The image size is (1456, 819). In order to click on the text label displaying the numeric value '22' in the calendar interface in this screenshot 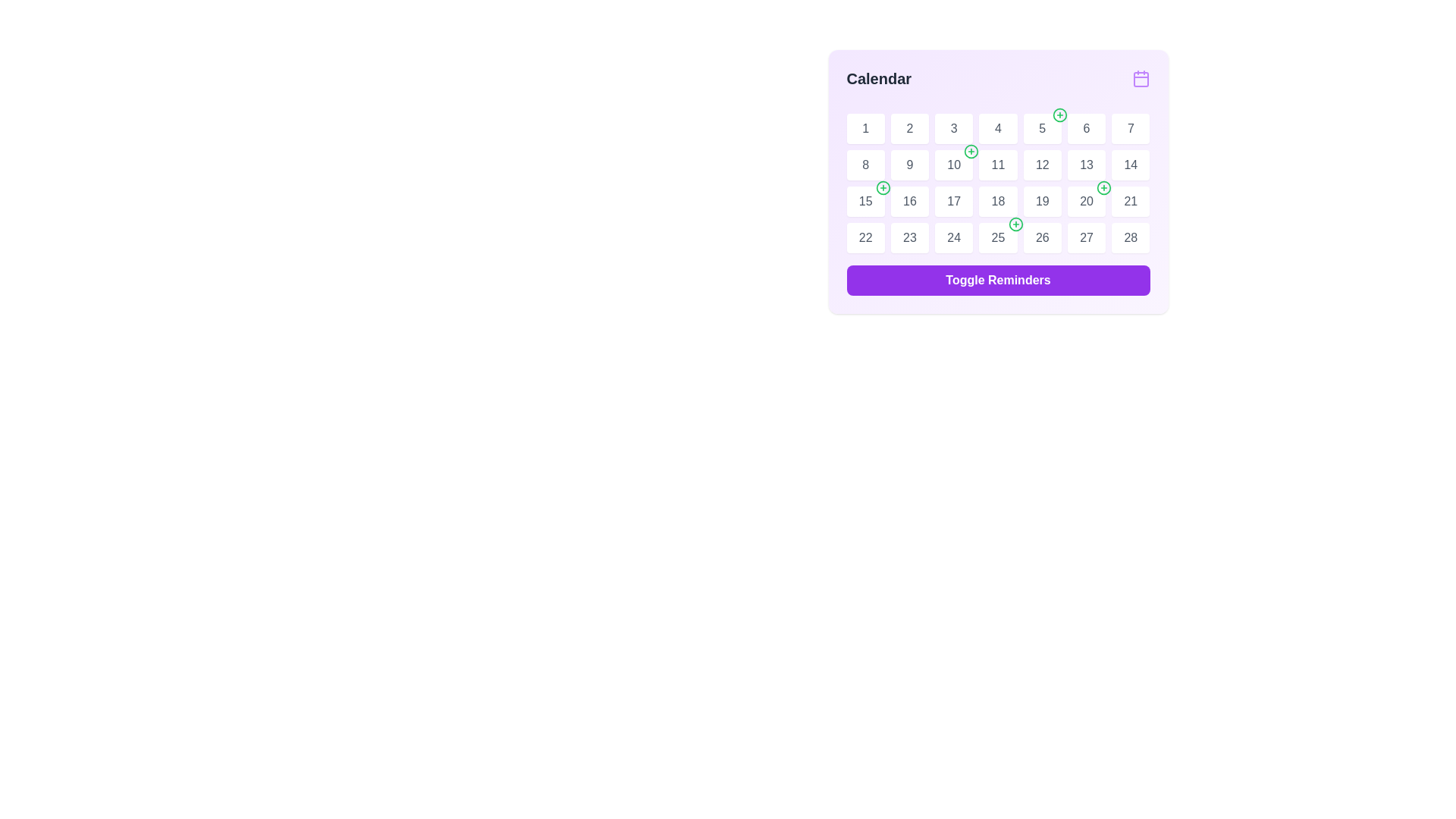, I will do `click(865, 237)`.